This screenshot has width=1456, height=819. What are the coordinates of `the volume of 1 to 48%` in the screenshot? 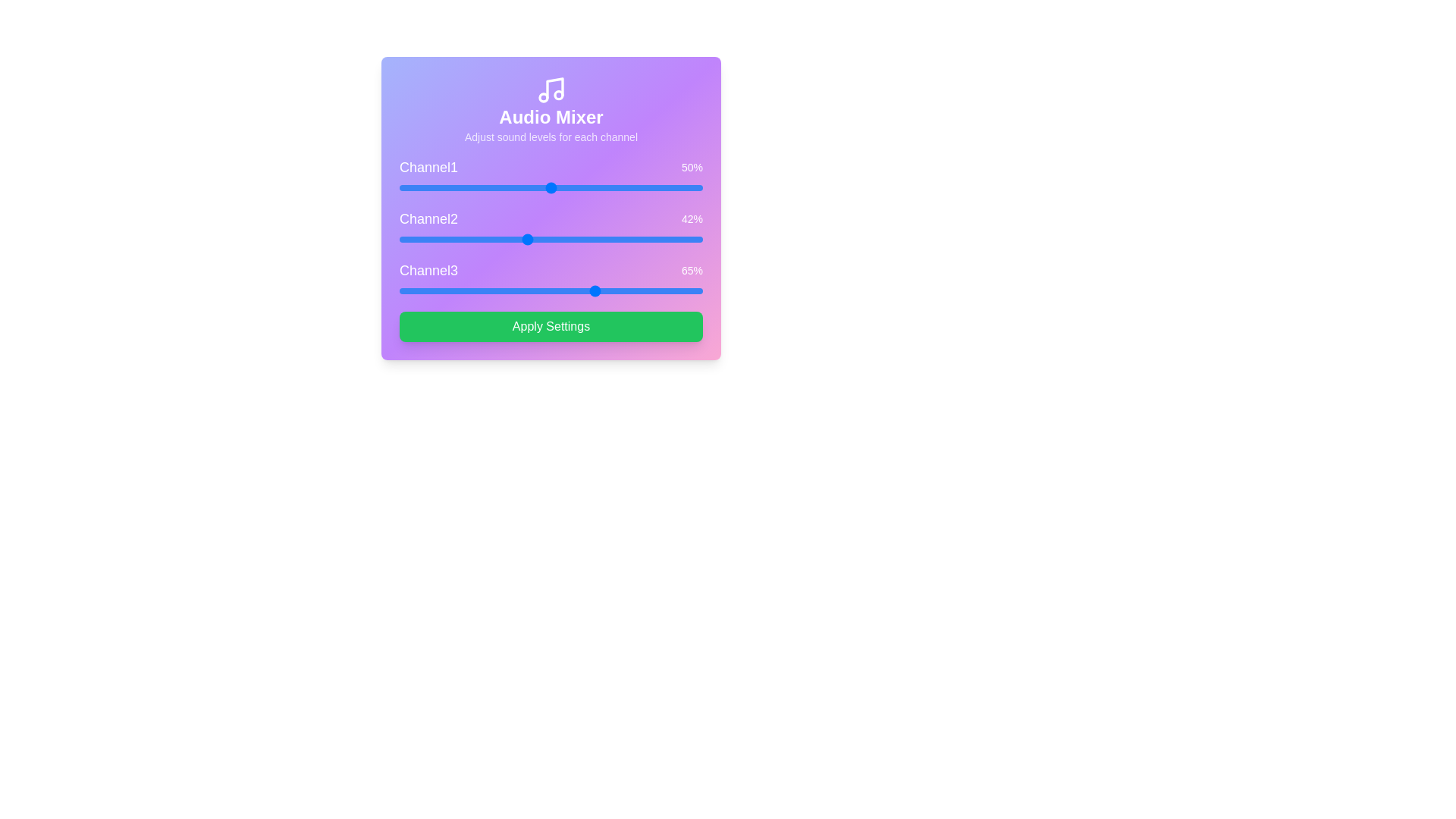 It's located at (545, 187).